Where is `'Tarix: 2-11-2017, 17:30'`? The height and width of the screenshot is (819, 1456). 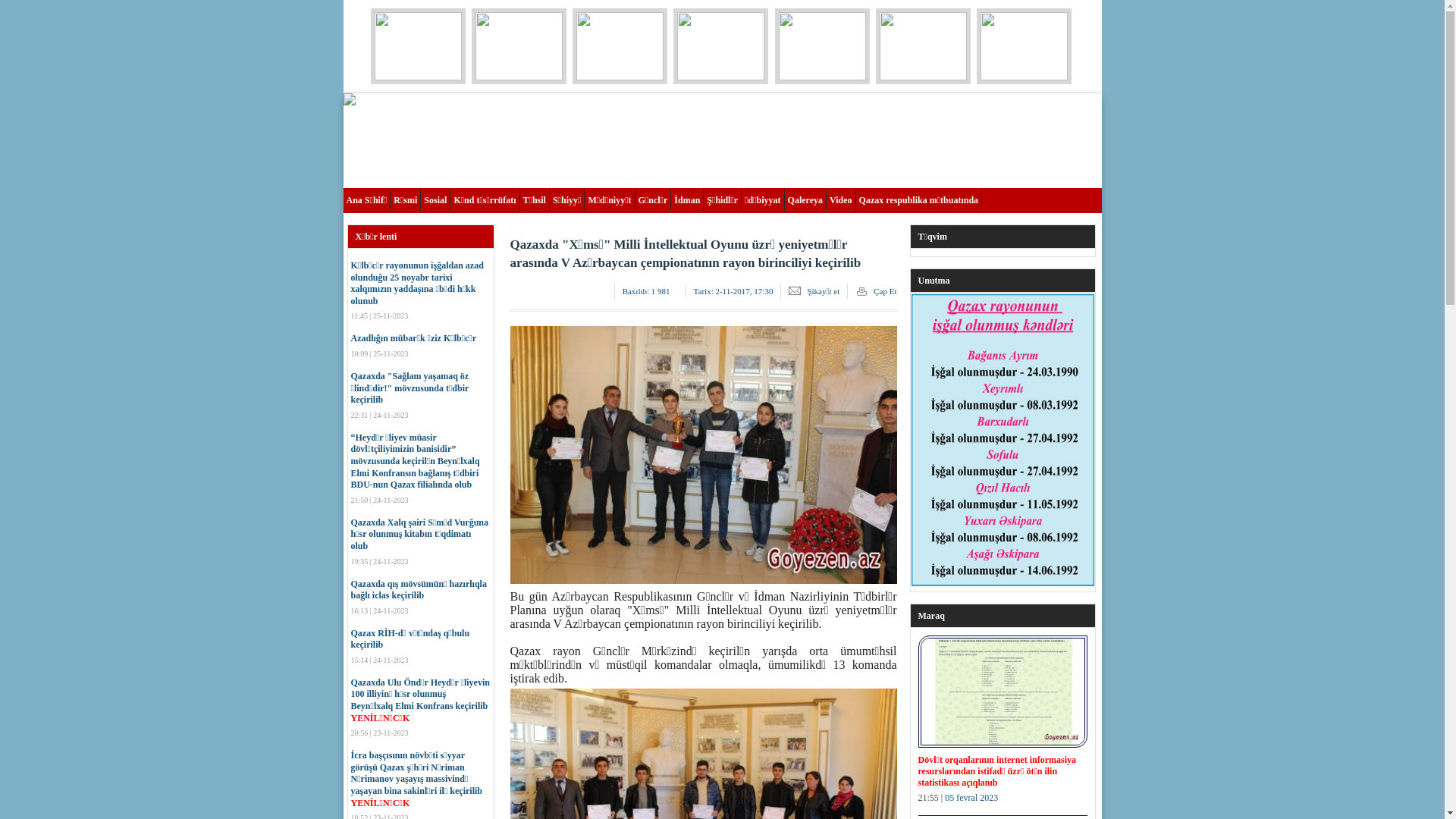
'Tarix: 2-11-2017, 17:30' is located at coordinates (733, 291).